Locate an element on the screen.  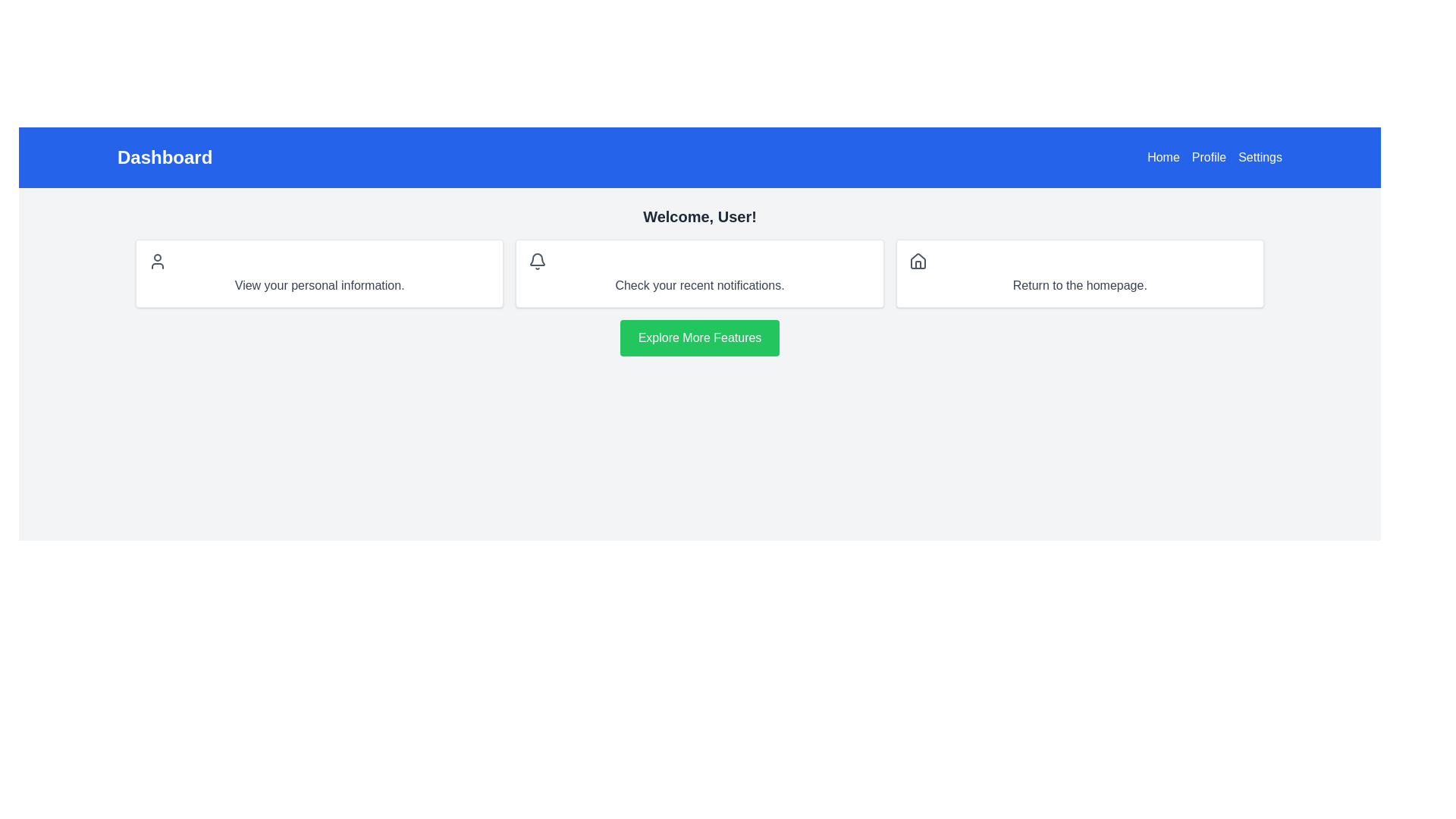
the text label that says 'Check your recent notifications.' which is located in the middle card of a three-card layout, below the header 'Welcome, User!' and to the right of a bell icon is located at coordinates (698, 286).